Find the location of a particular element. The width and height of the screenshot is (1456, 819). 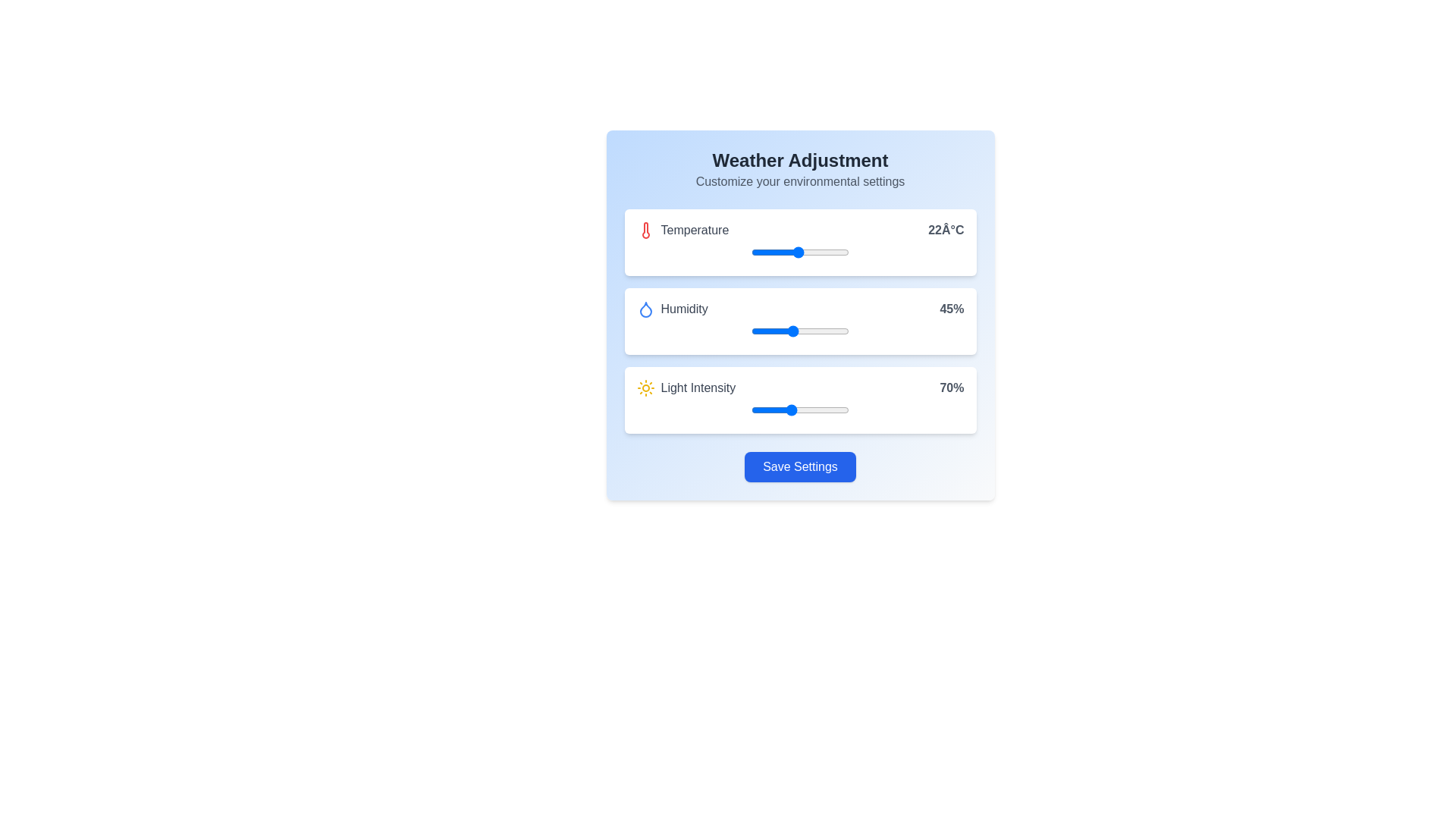

the light intensity is located at coordinates (799, 409).